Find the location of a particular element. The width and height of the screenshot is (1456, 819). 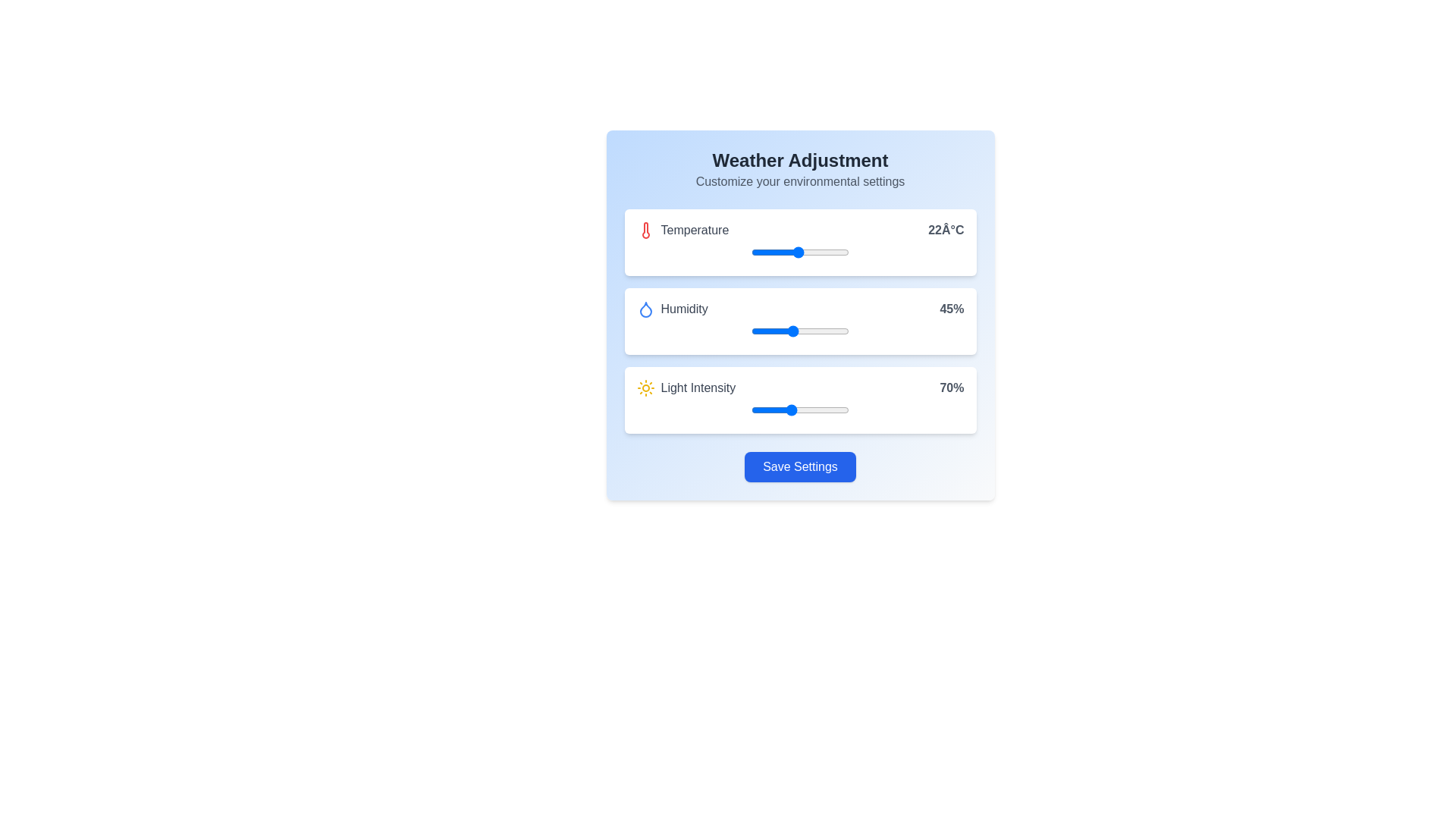

the light intensity is located at coordinates (799, 409).